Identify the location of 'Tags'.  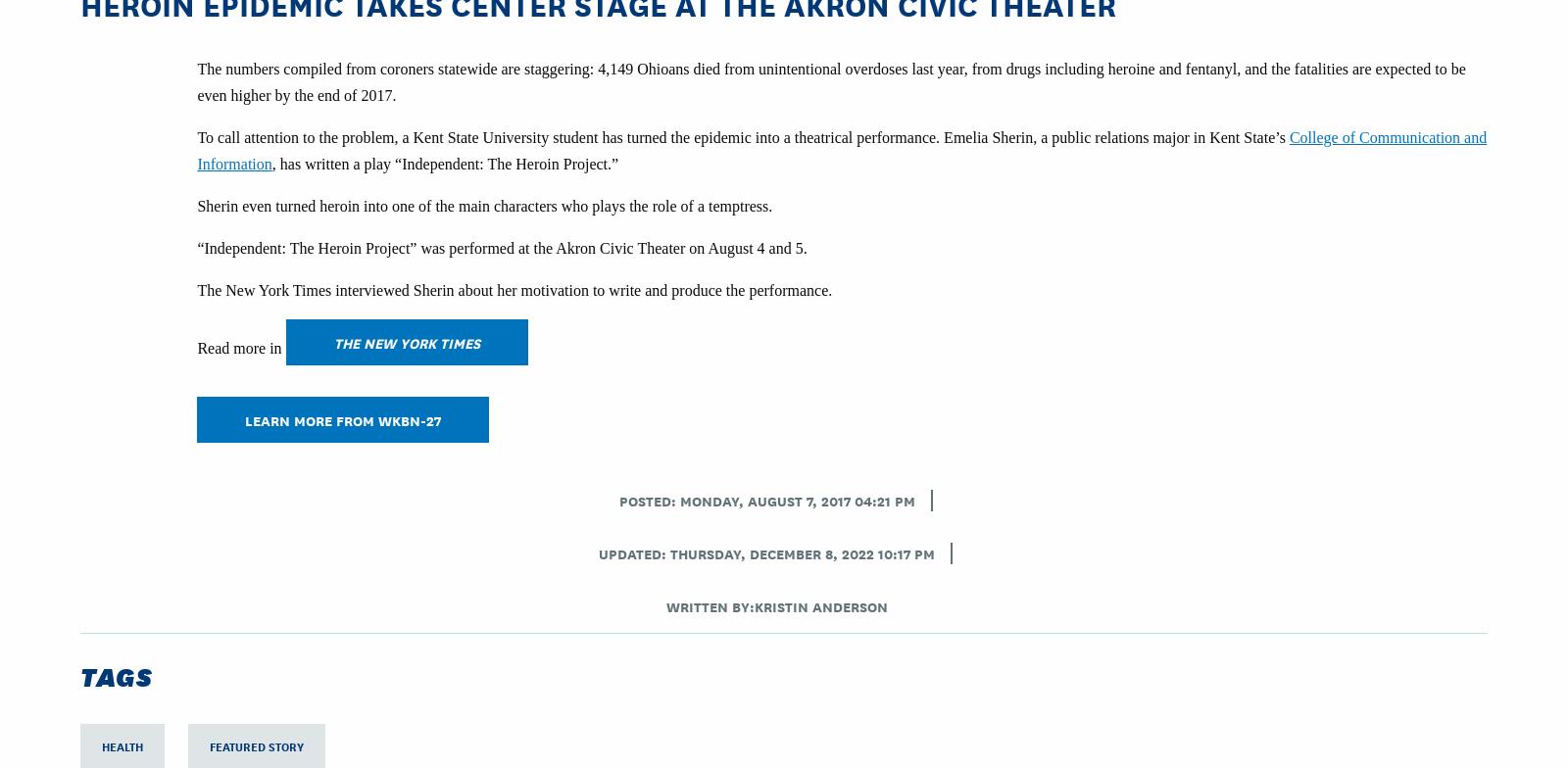
(116, 675).